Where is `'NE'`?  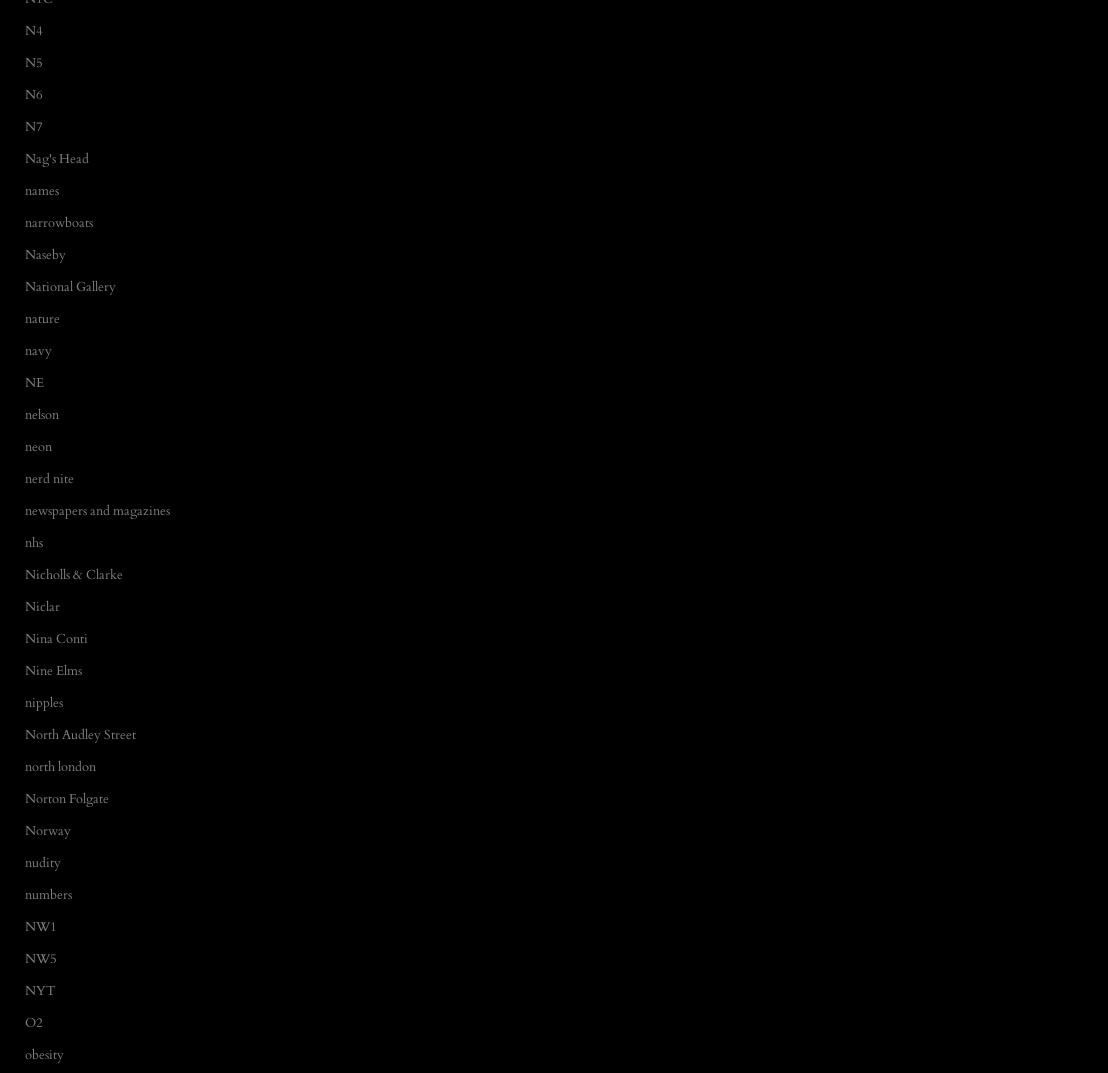 'NE' is located at coordinates (34, 380).